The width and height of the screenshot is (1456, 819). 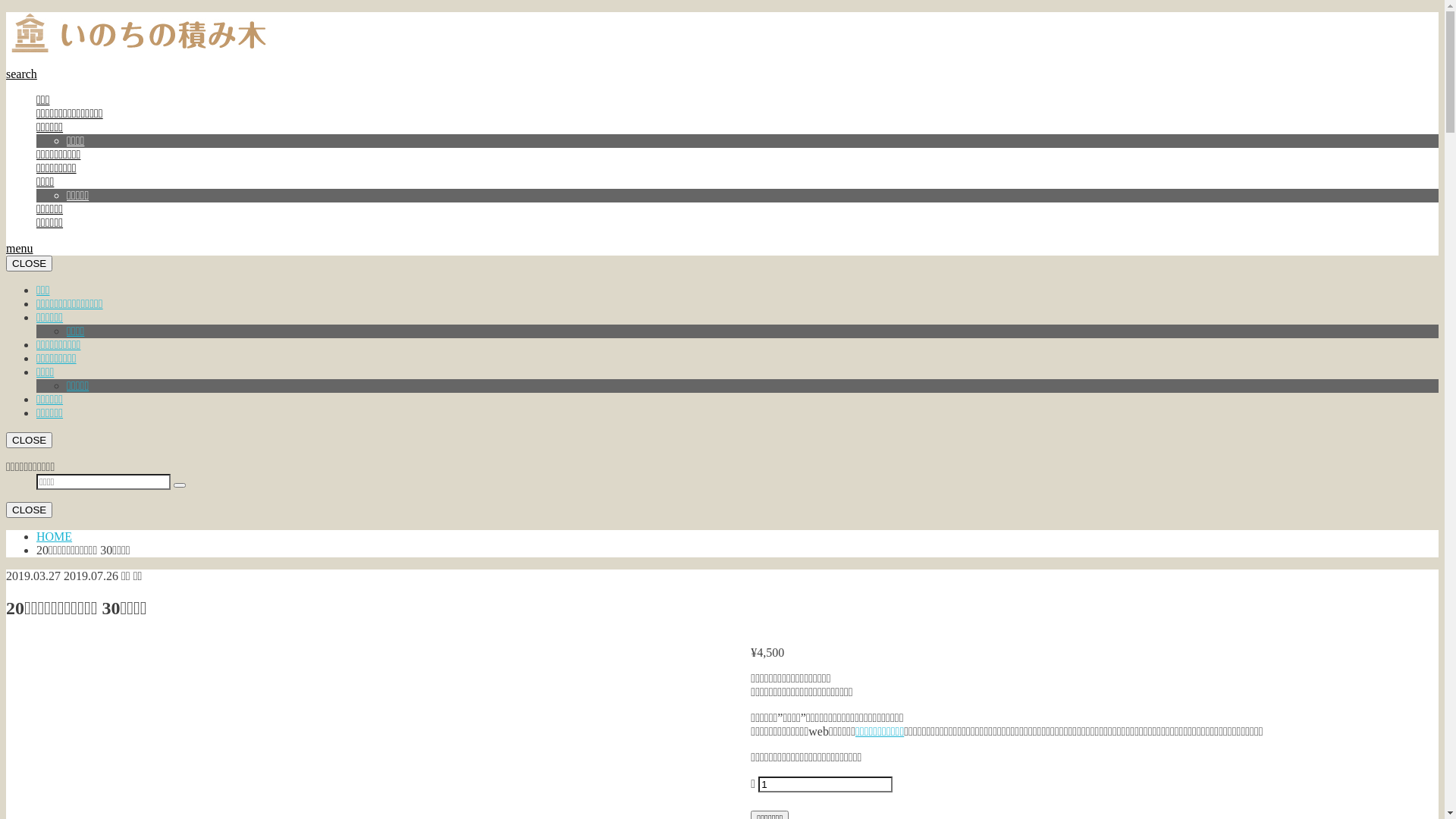 I want to click on 'menu', so click(x=19, y=247).